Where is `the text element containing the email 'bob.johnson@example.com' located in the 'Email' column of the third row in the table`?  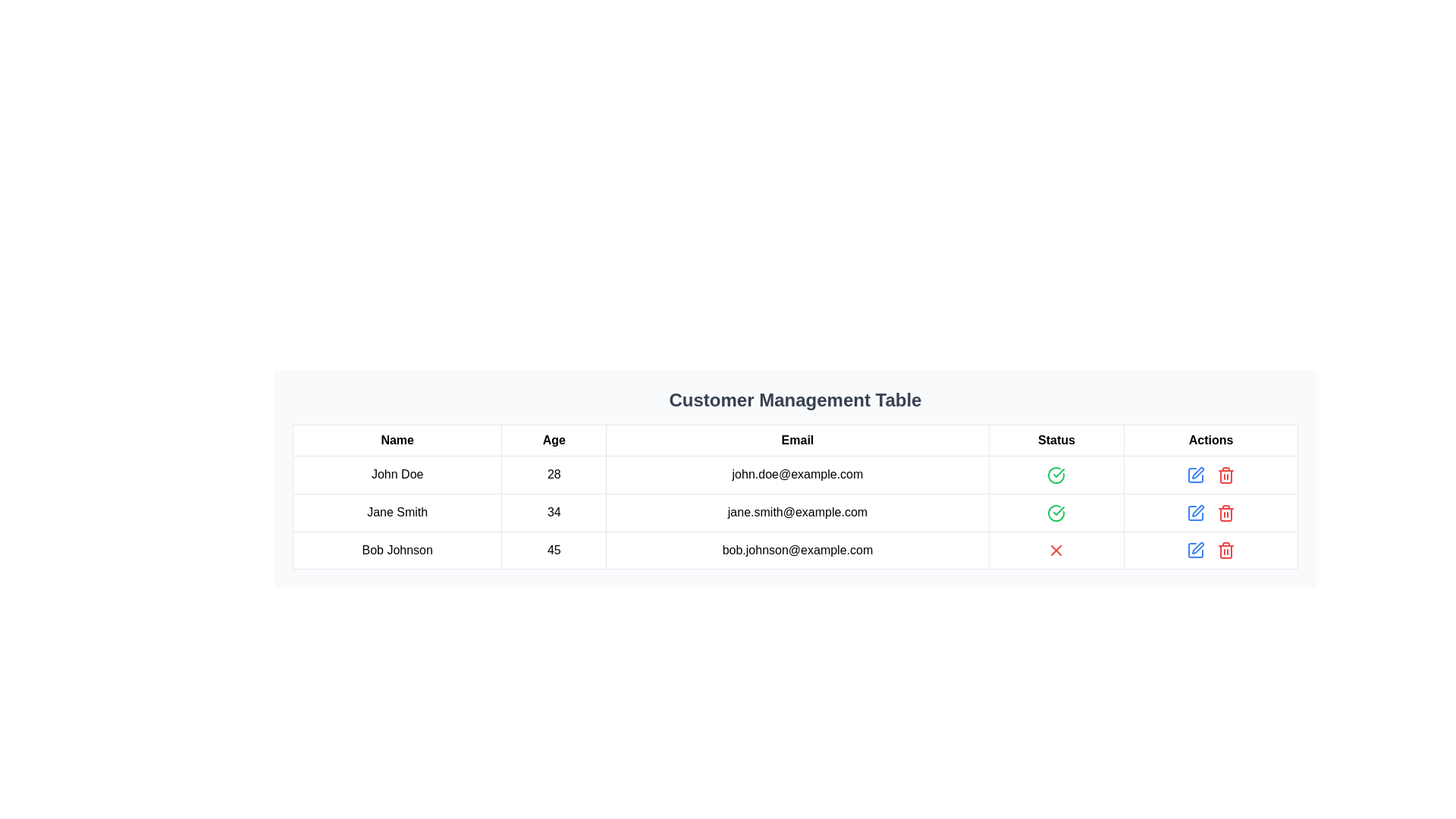 the text element containing the email 'bob.johnson@example.com' located in the 'Email' column of the third row in the table is located at coordinates (796, 550).